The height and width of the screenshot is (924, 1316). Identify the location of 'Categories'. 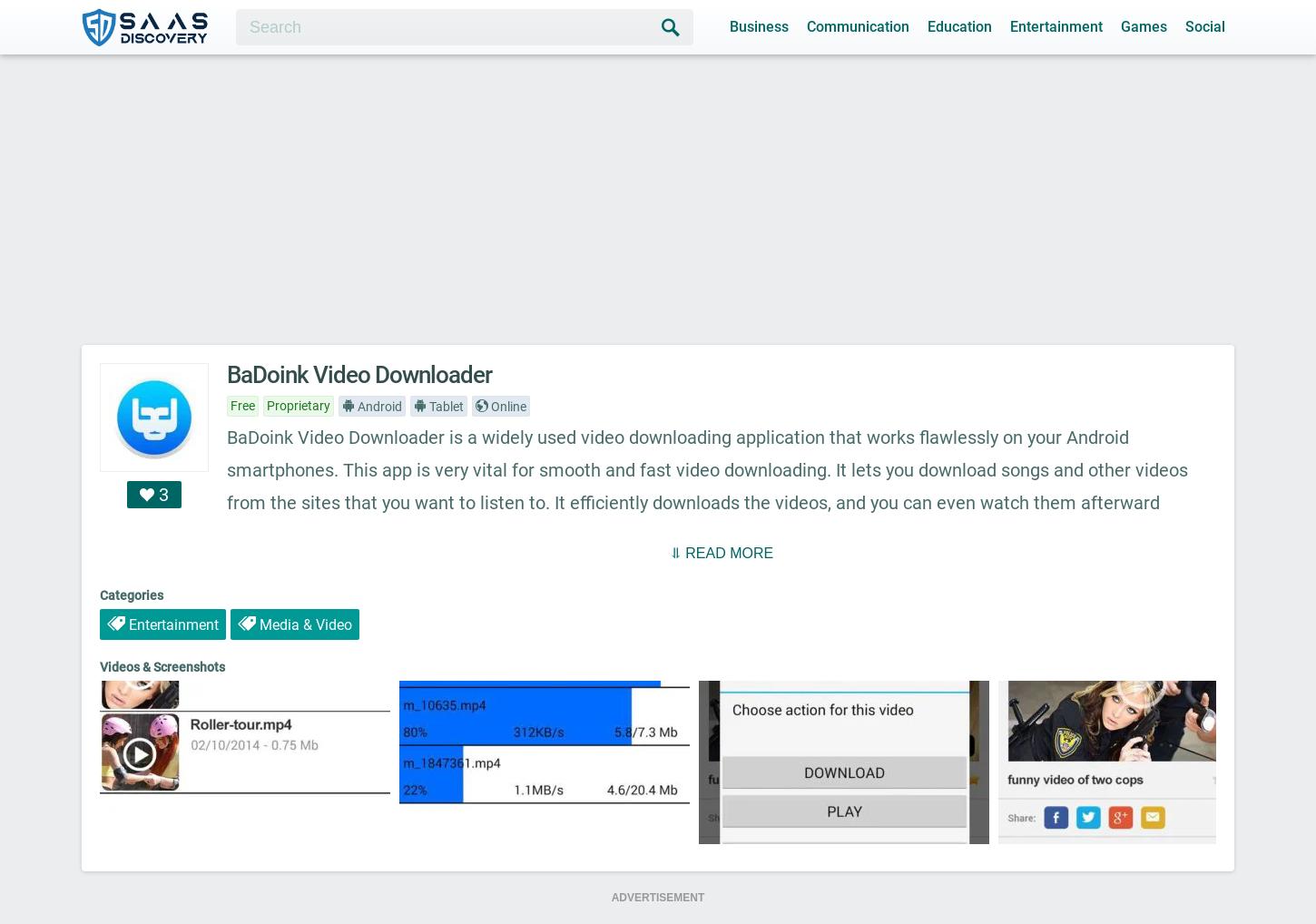
(131, 594).